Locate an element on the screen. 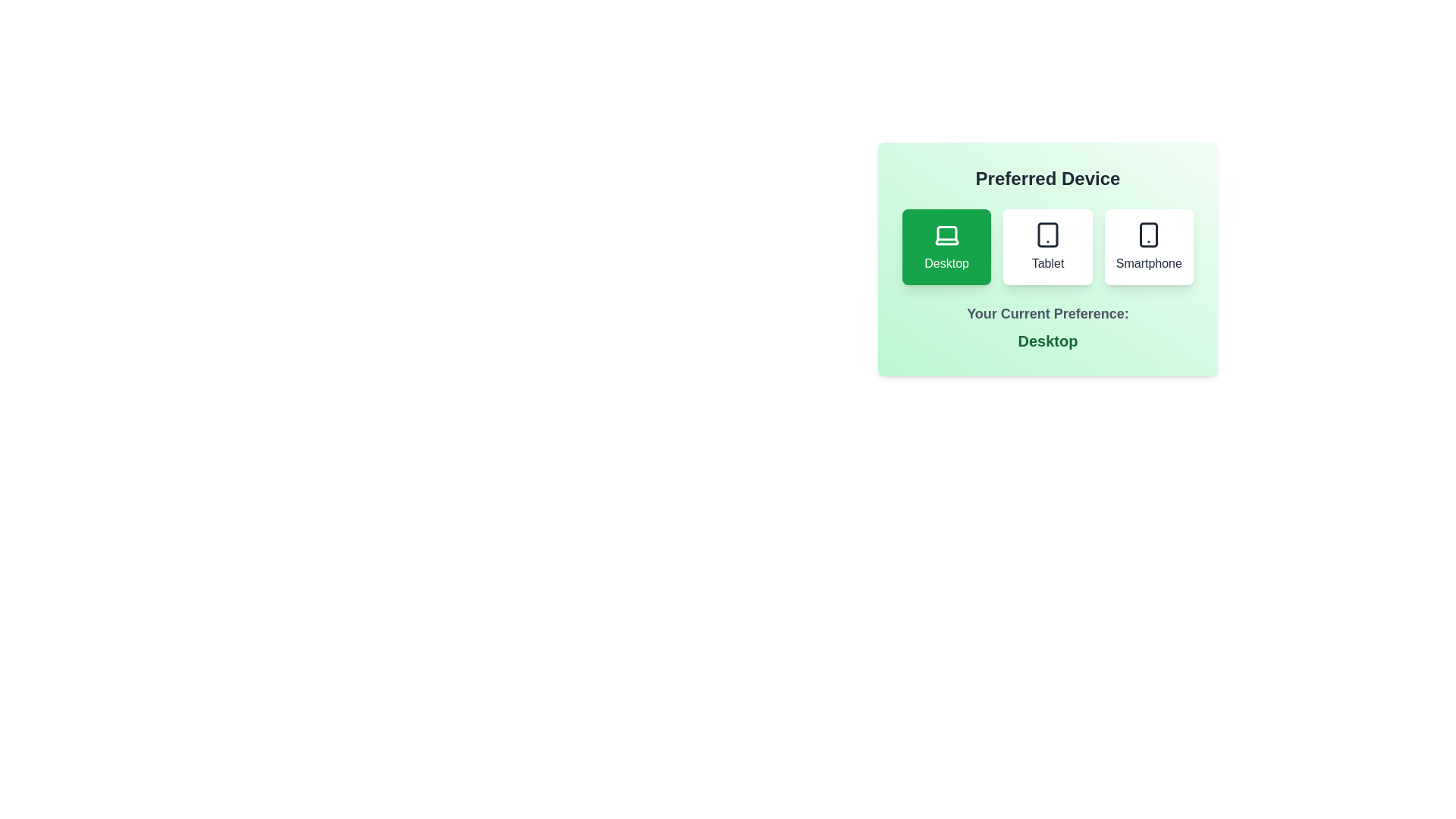 The image size is (1456, 819). the preferred device by clicking on the corresponding button for Tablet is located at coordinates (1047, 246).